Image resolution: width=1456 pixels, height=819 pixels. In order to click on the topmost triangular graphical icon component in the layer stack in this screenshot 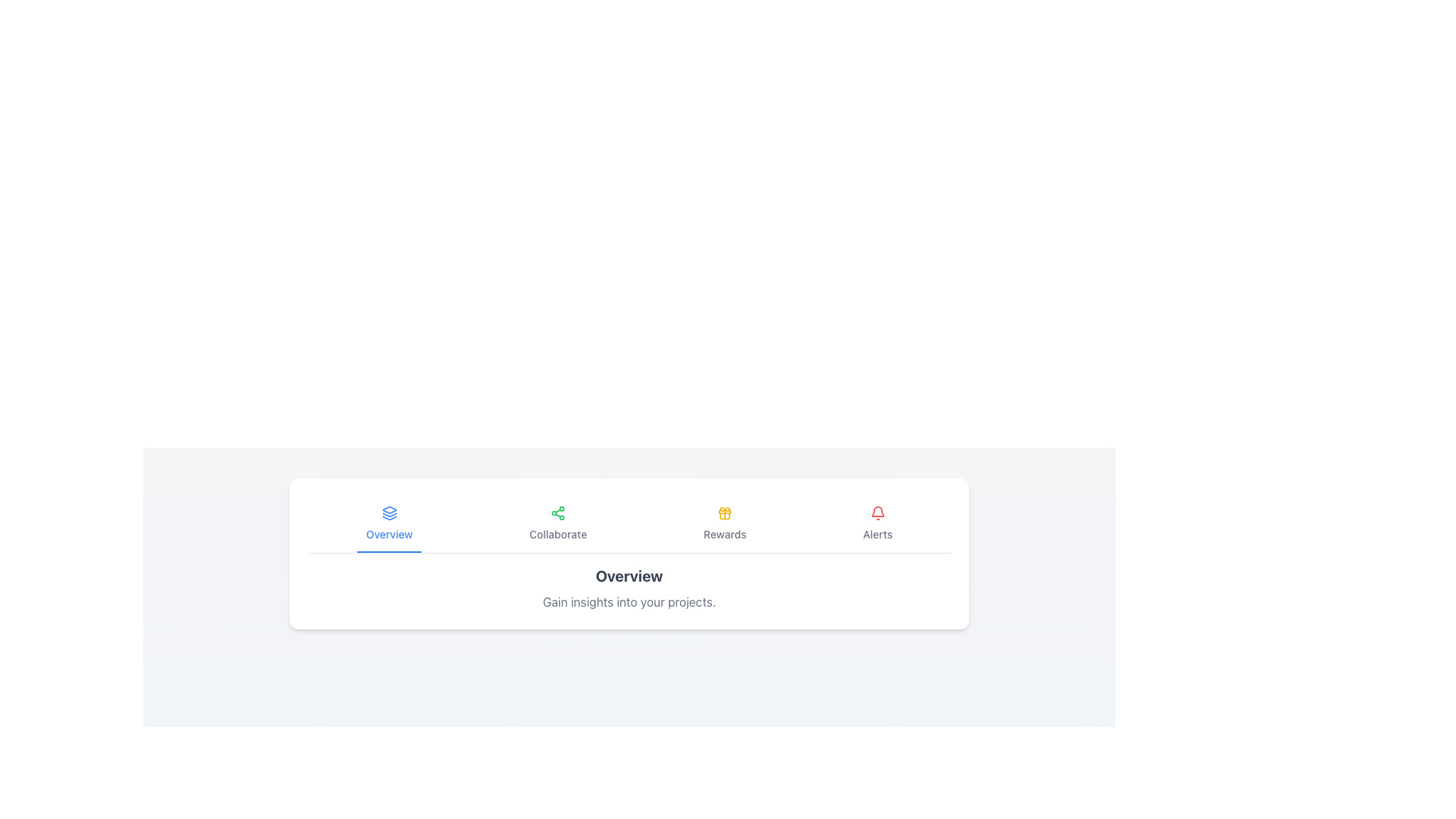, I will do `click(389, 510)`.